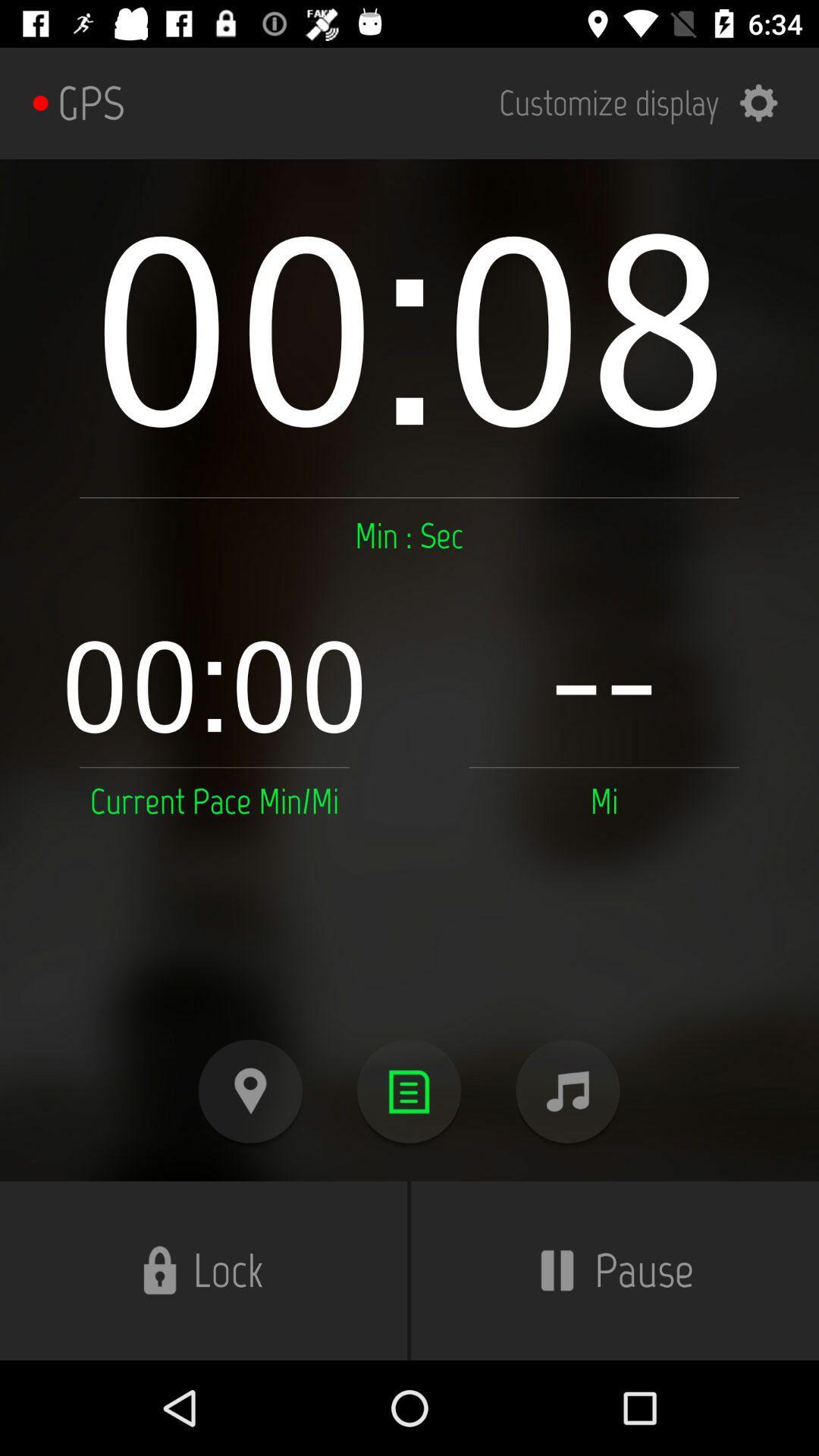 This screenshot has width=819, height=1456. I want to click on show details, so click(408, 1090).